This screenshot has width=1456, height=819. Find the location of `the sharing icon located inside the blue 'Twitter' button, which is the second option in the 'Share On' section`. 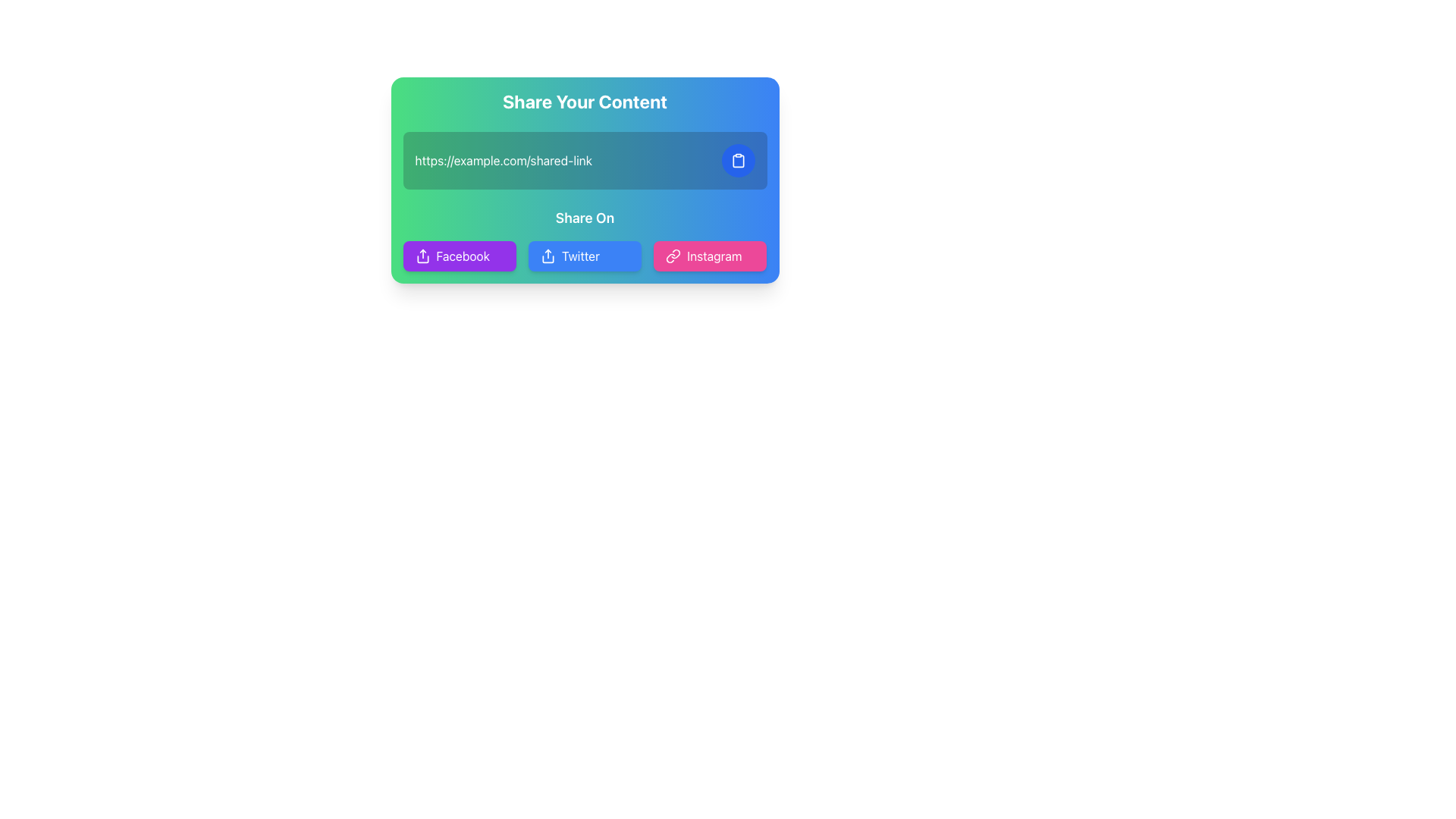

the sharing icon located inside the blue 'Twitter' button, which is the second option in the 'Share On' section is located at coordinates (547, 256).